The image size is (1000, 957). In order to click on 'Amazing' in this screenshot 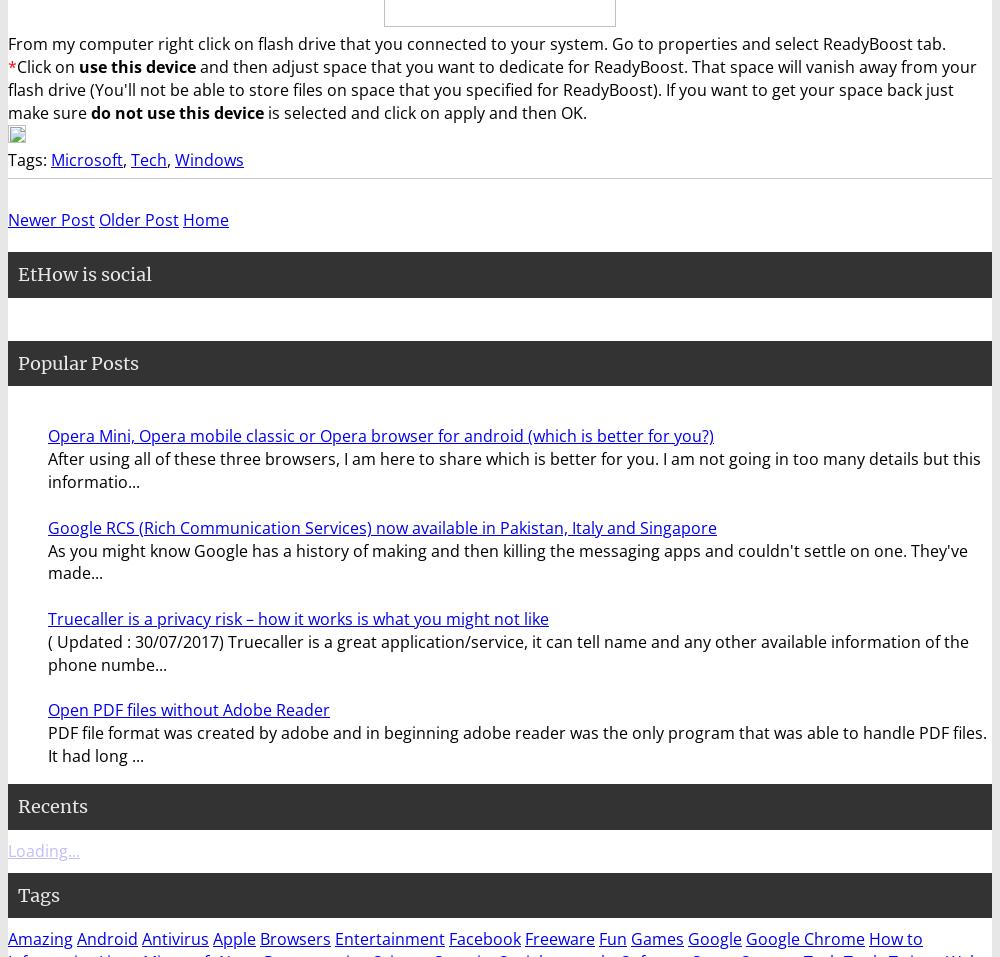, I will do `click(40, 939)`.